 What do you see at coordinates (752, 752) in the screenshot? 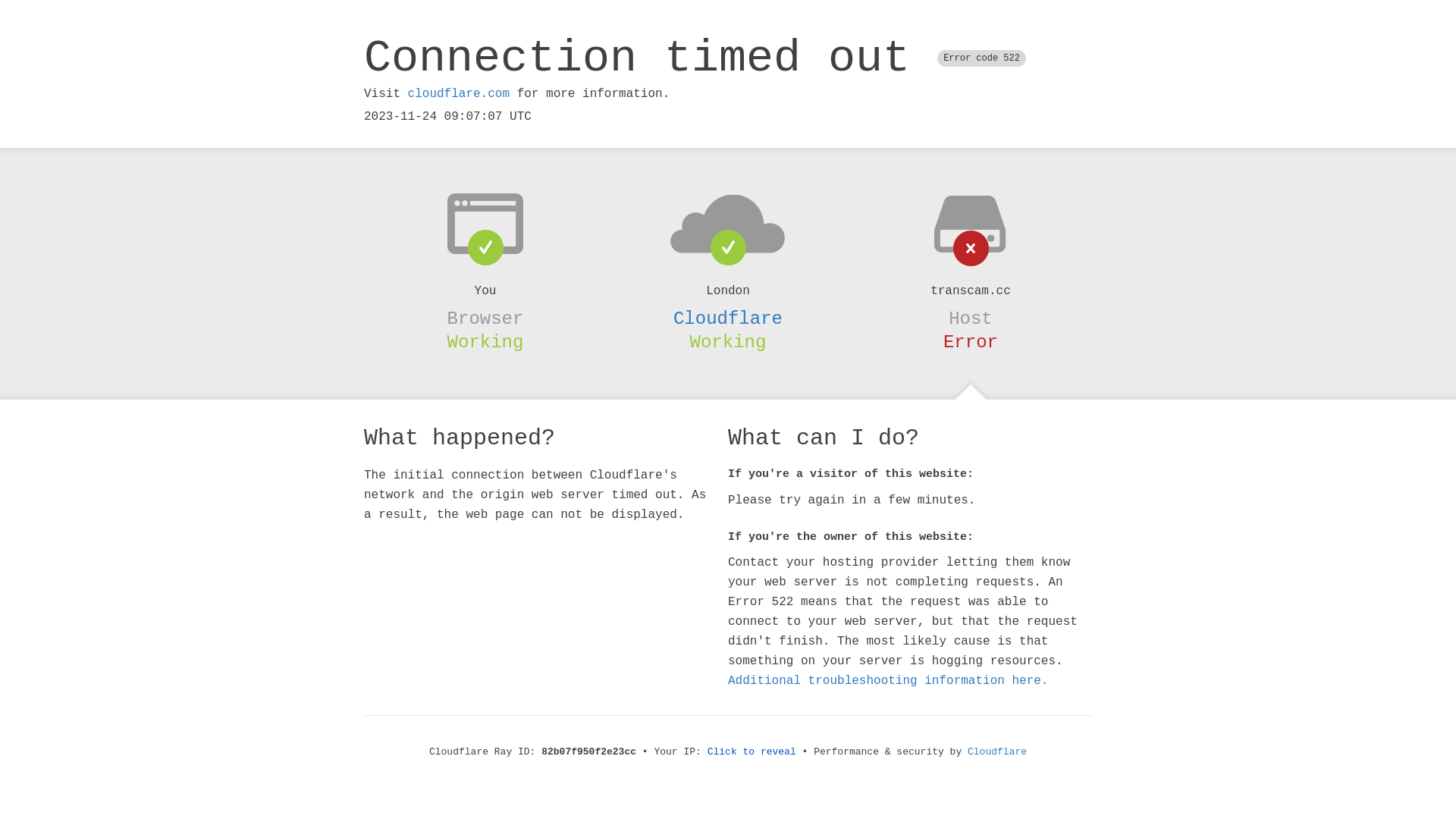
I see `'Click to reveal'` at bounding box center [752, 752].